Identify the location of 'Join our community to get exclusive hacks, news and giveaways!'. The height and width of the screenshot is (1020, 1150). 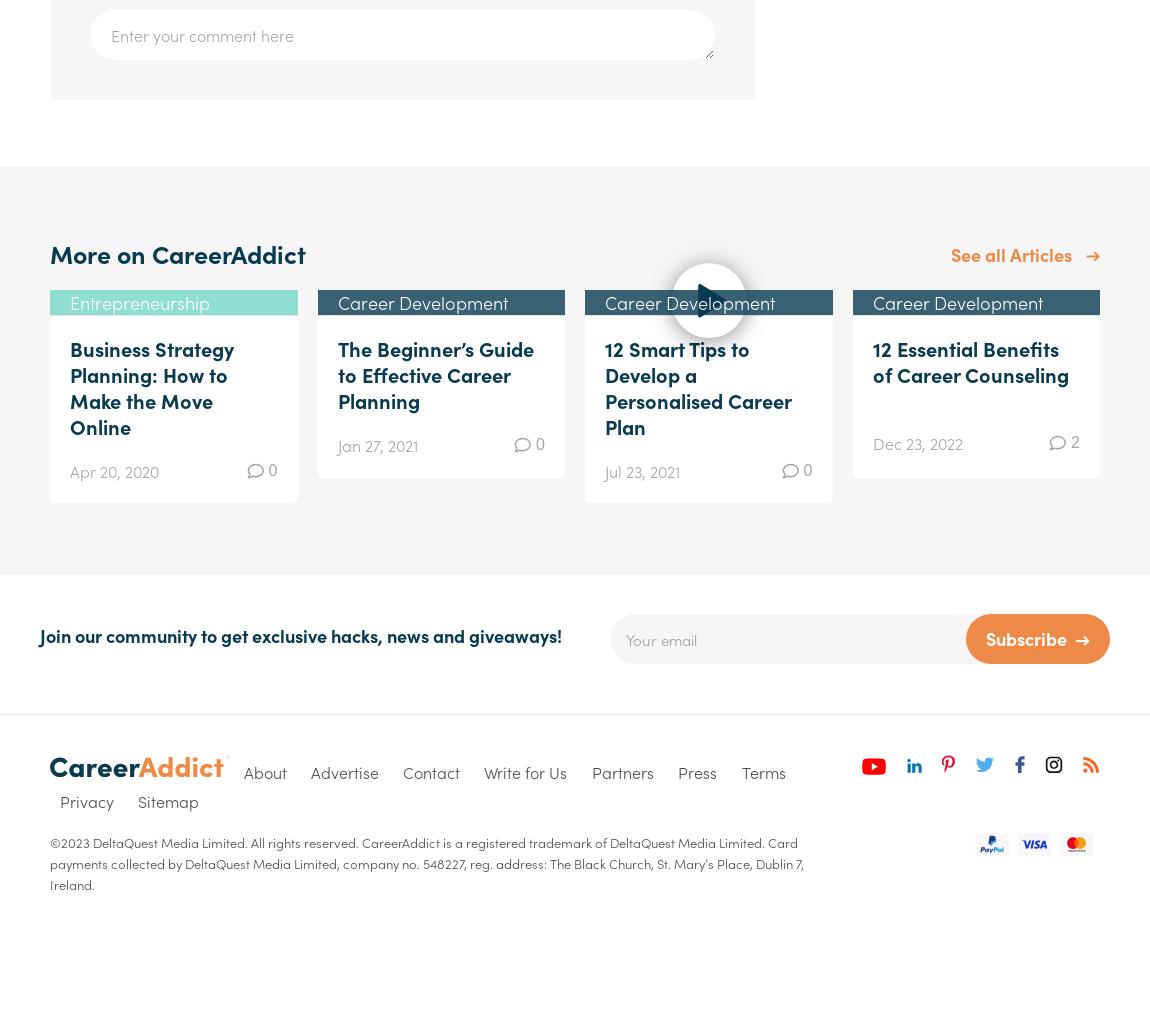
(300, 634).